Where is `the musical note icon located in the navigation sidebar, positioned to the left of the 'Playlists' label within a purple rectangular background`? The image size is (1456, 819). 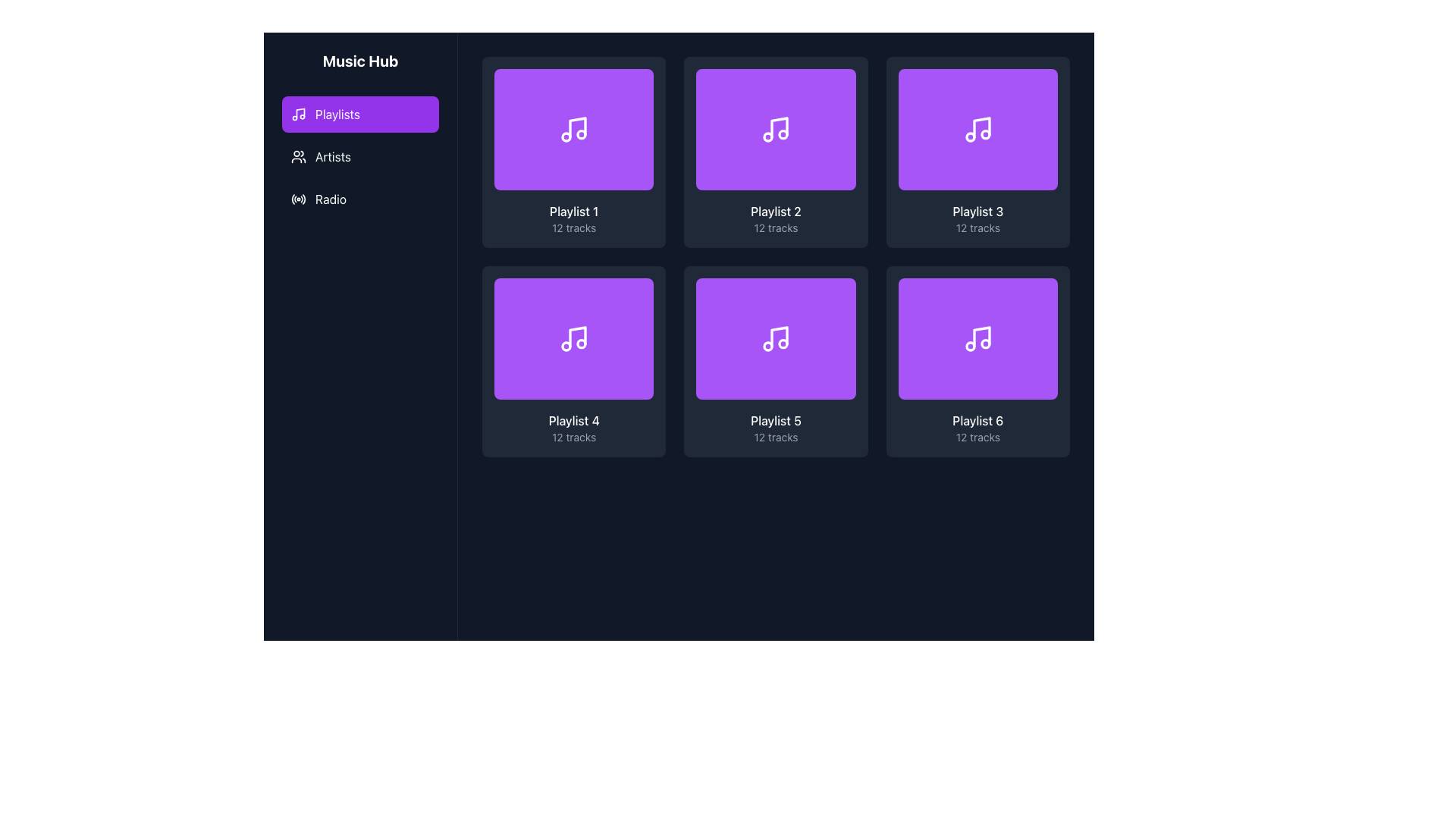
the musical note icon located in the navigation sidebar, positioned to the left of the 'Playlists' label within a purple rectangular background is located at coordinates (298, 113).